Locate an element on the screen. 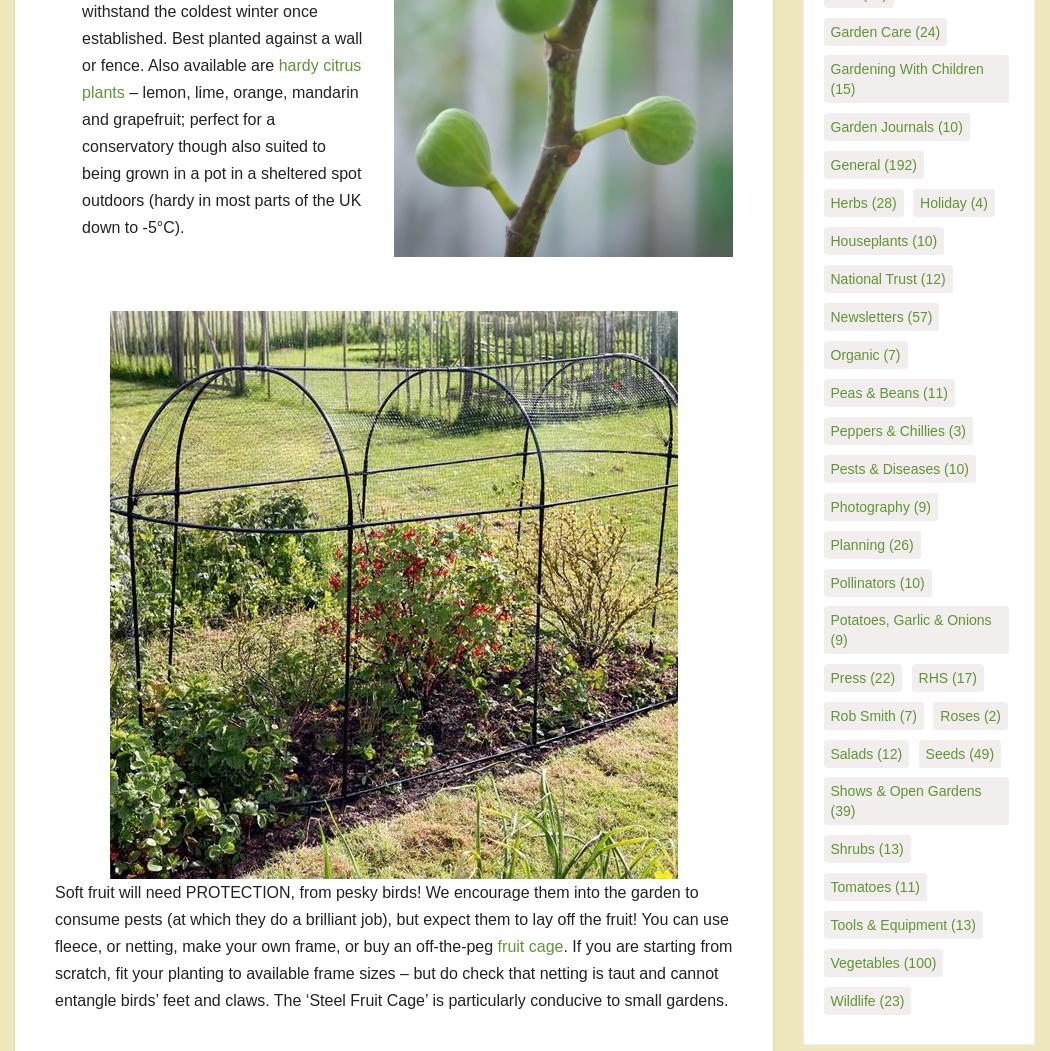 The width and height of the screenshot is (1050, 1051). '(24)' is located at coordinates (925, 31).